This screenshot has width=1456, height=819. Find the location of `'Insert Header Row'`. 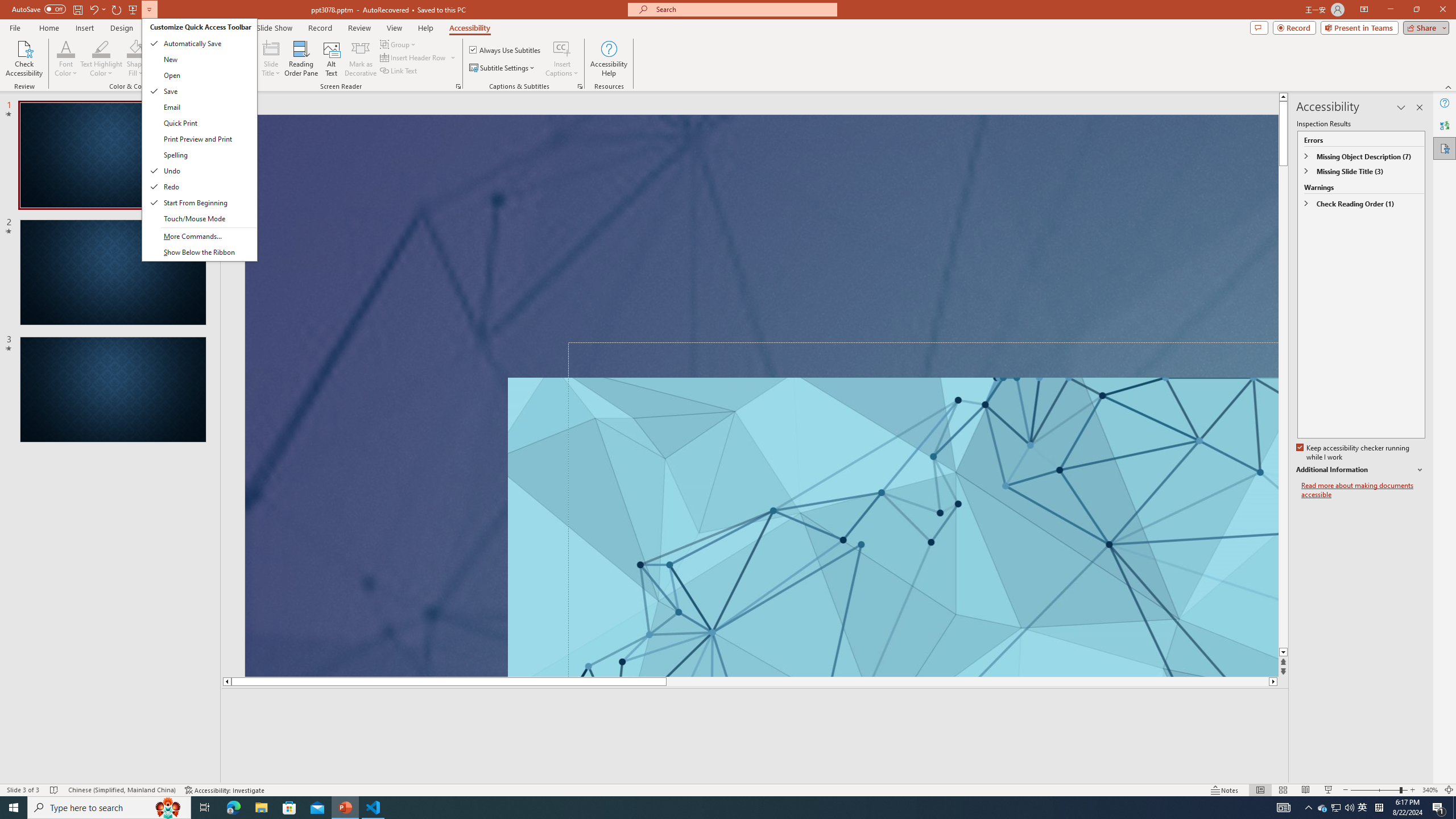

'Insert Header Row' is located at coordinates (413, 56).